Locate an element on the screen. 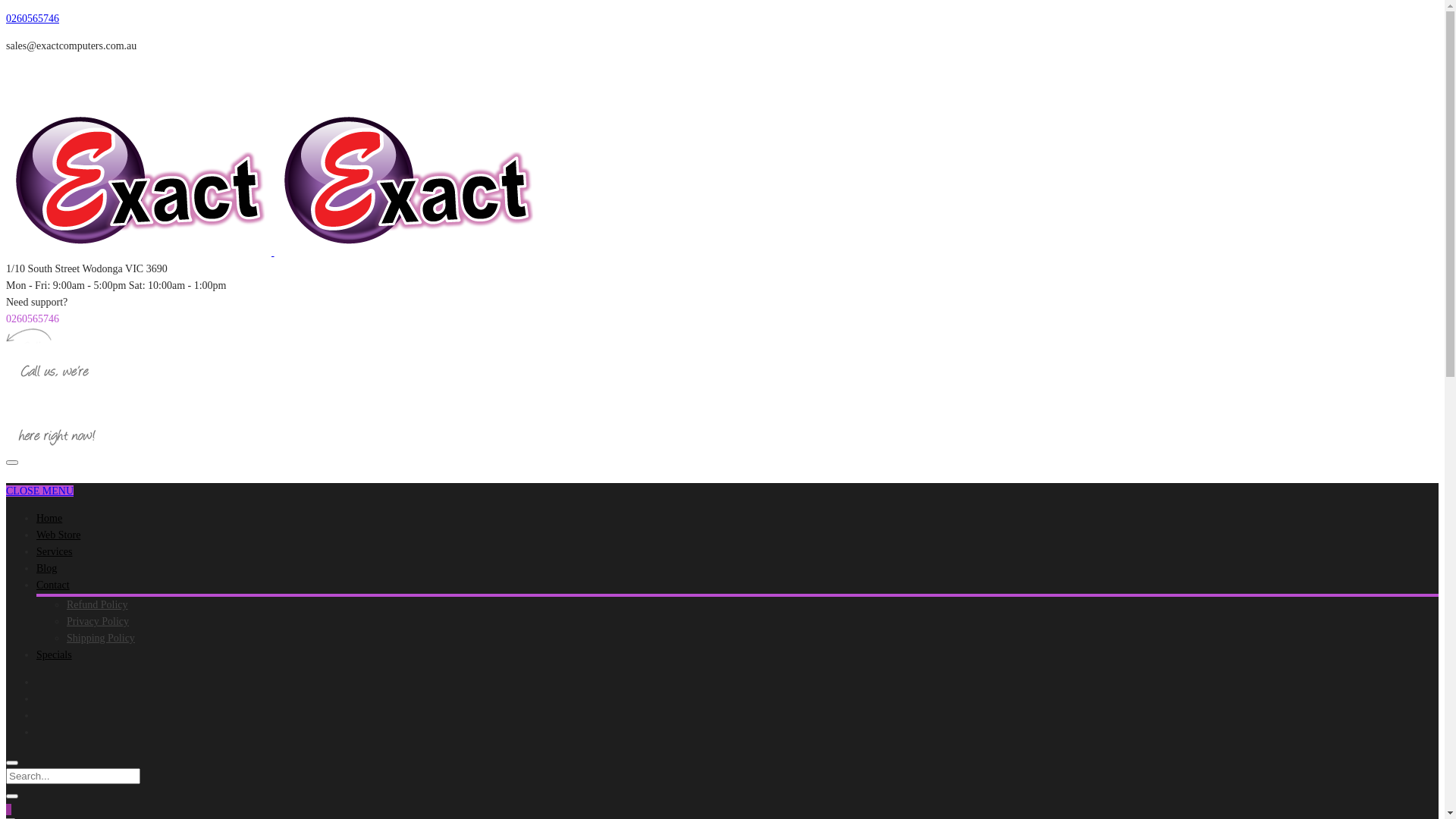 This screenshot has width=1456, height=819. 'Blog' is located at coordinates (46, 568).